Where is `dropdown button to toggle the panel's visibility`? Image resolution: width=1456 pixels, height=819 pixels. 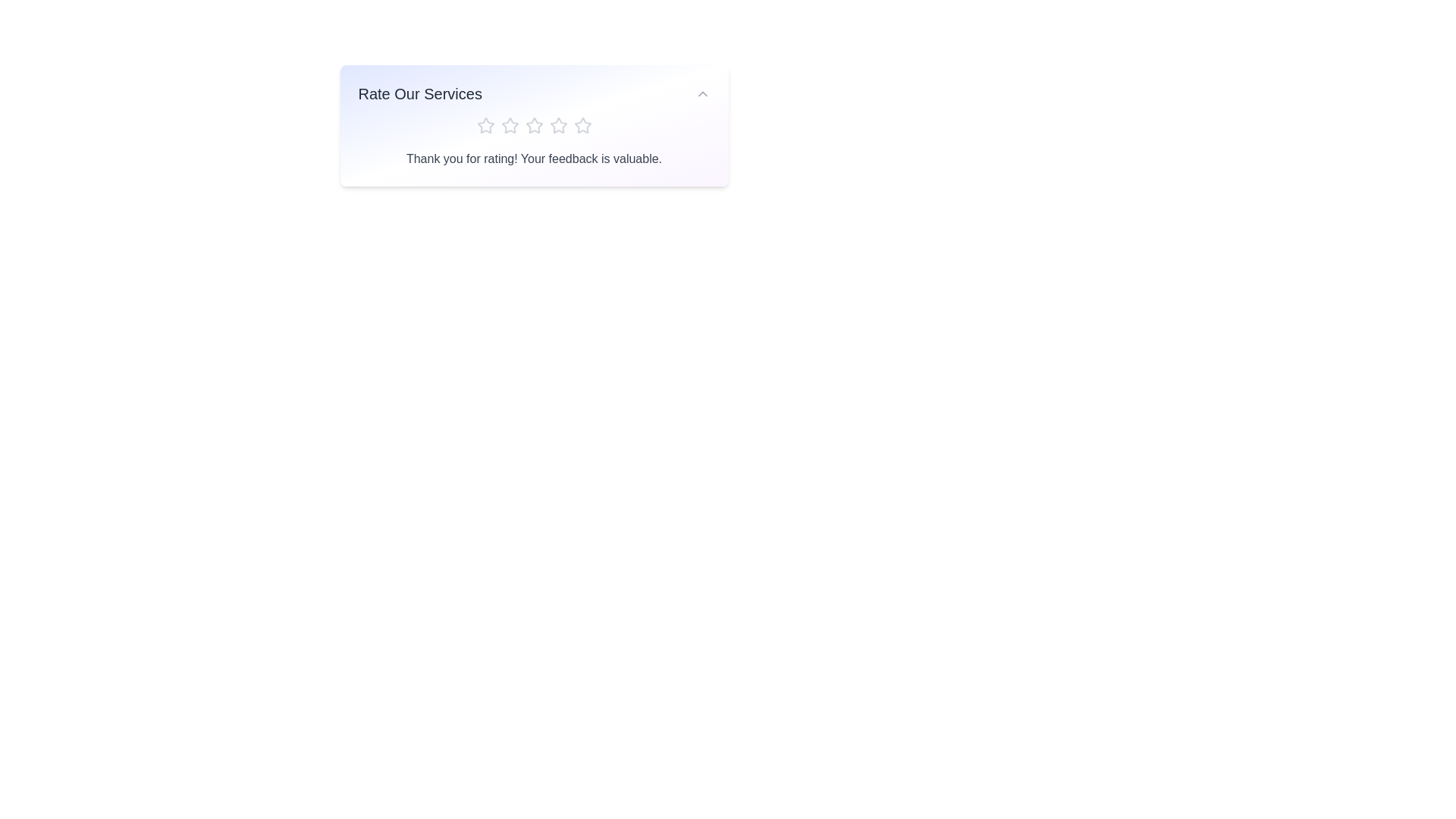 dropdown button to toggle the panel's visibility is located at coordinates (701, 93).